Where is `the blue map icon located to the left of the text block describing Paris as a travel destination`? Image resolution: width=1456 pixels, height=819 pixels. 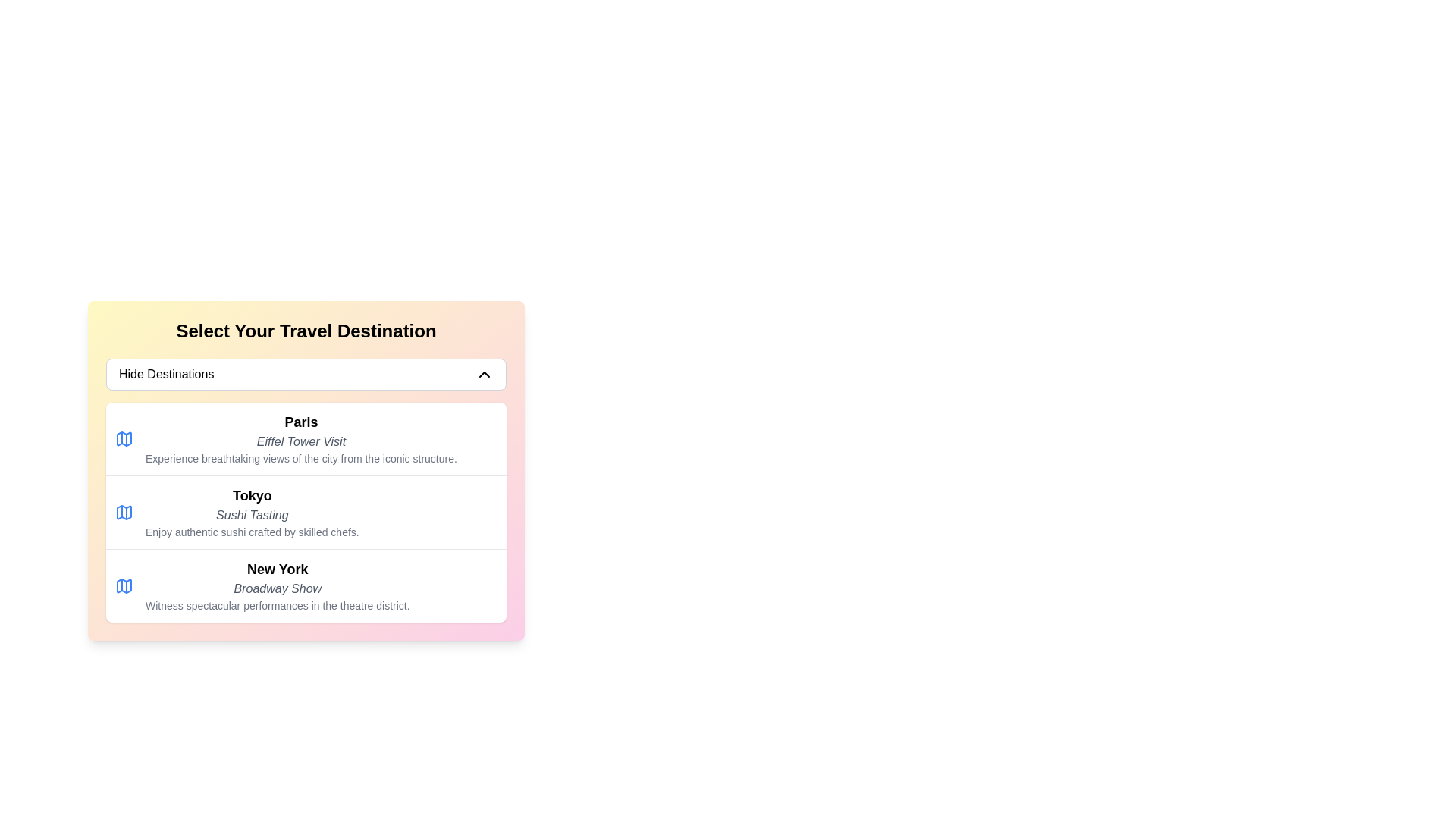
the blue map icon located to the left of the text block describing Paris as a travel destination is located at coordinates (124, 438).